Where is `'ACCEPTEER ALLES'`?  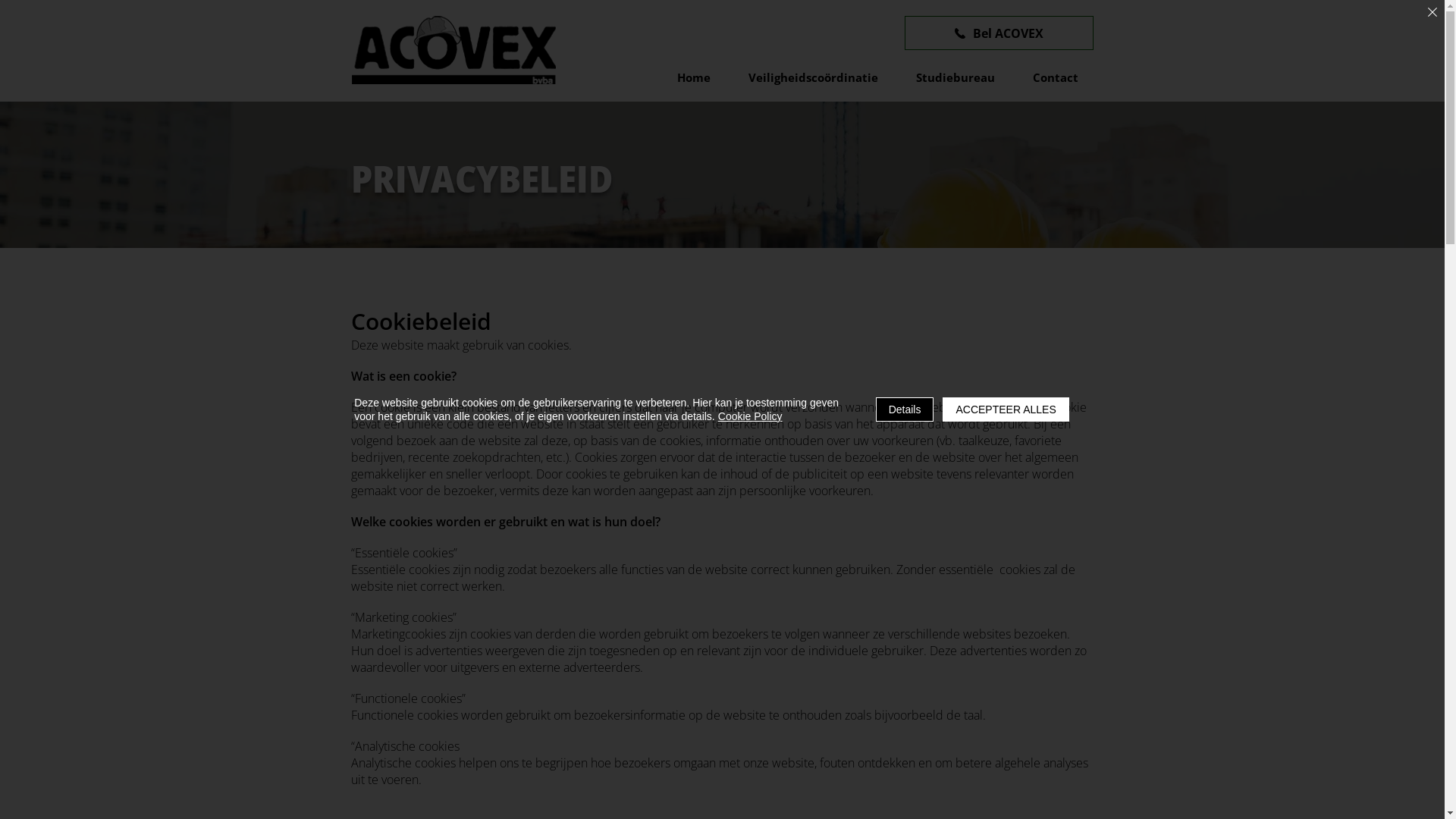 'ACCEPTEER ALLES' is located at coordinates (1005, 409).